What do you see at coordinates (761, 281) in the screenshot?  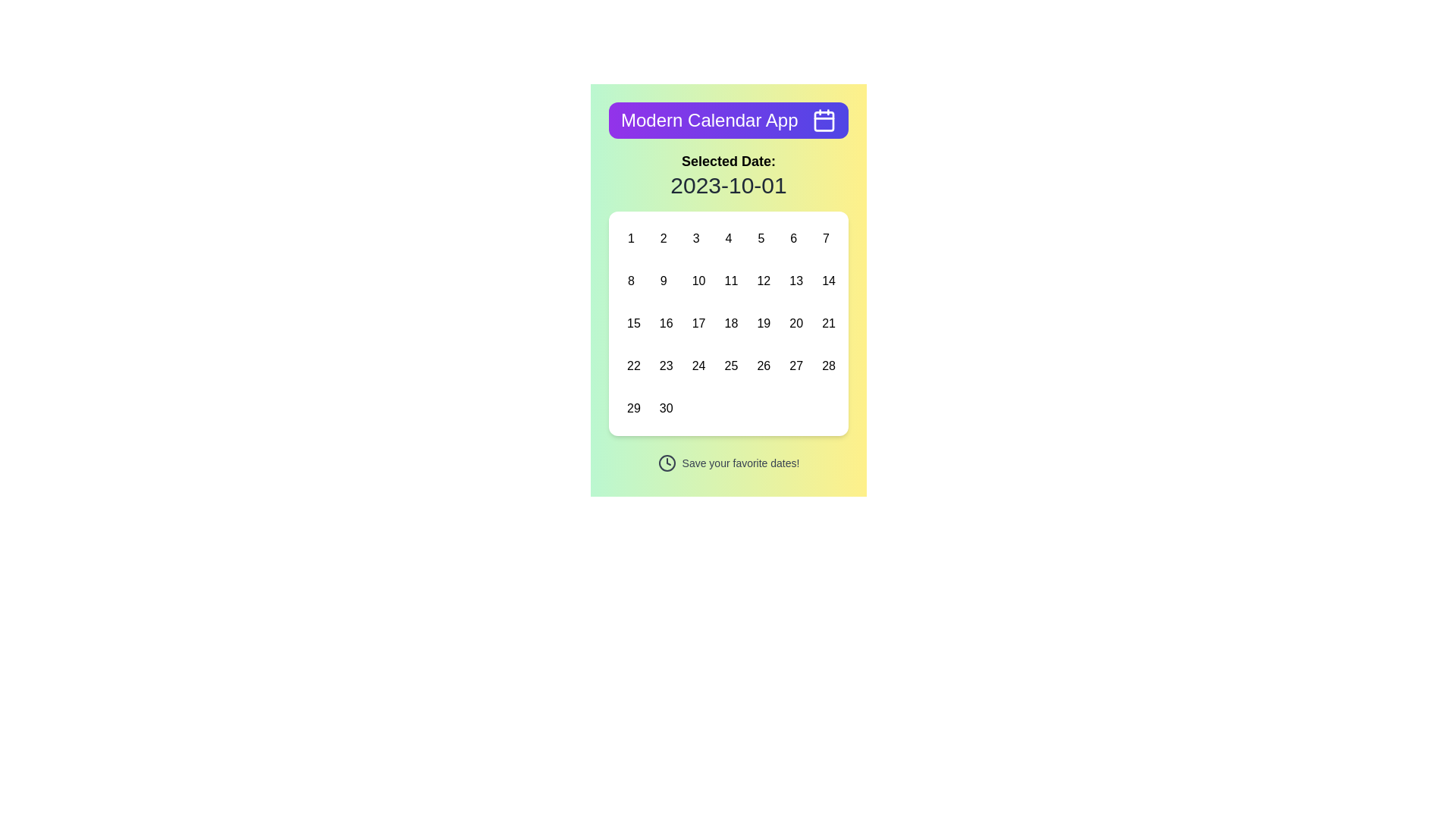 I see `the button representing the date 12 in the calendar` at bounding box center [761, 281].